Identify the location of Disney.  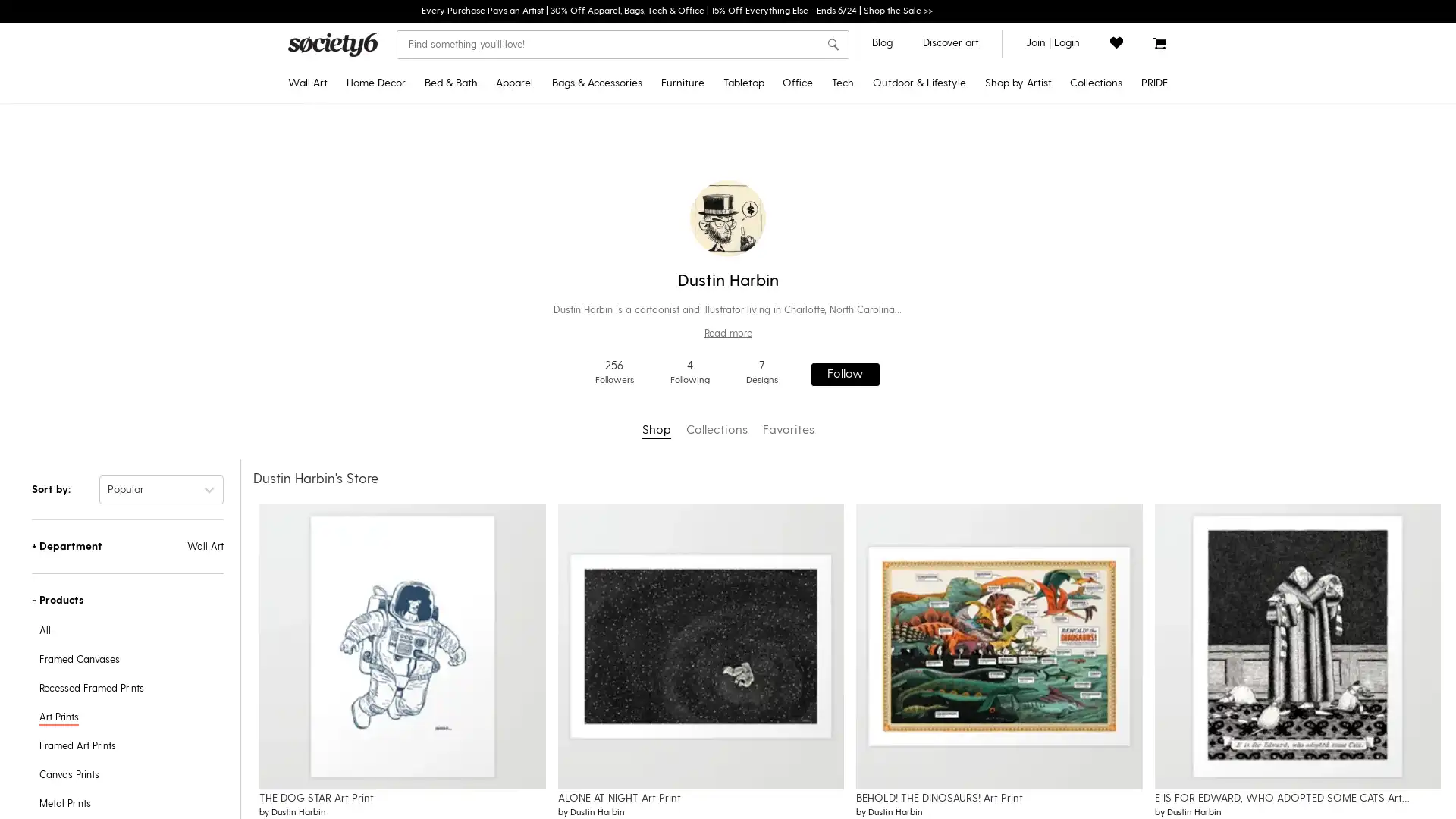
(977, 121).